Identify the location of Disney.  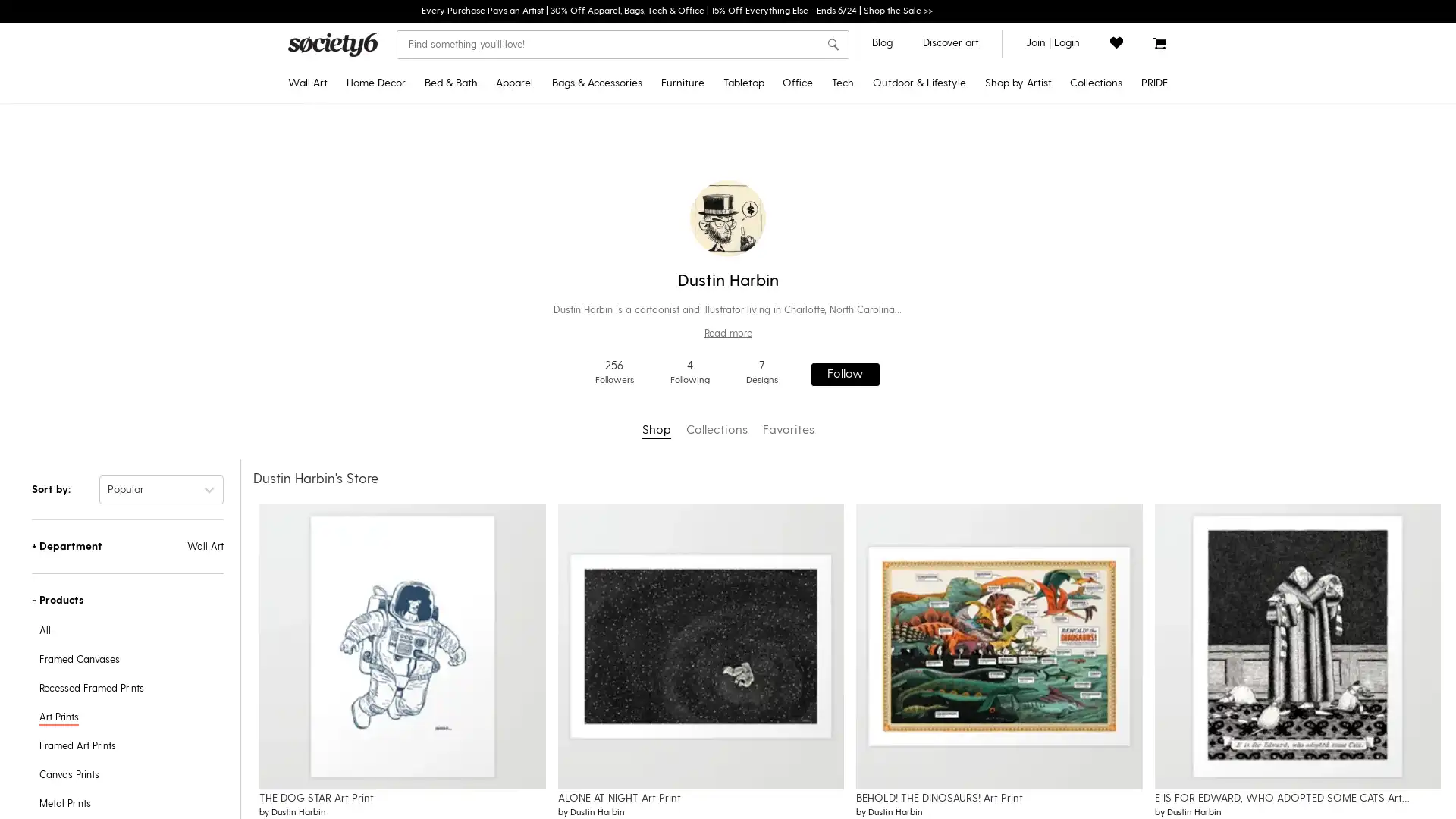
(977, 121).